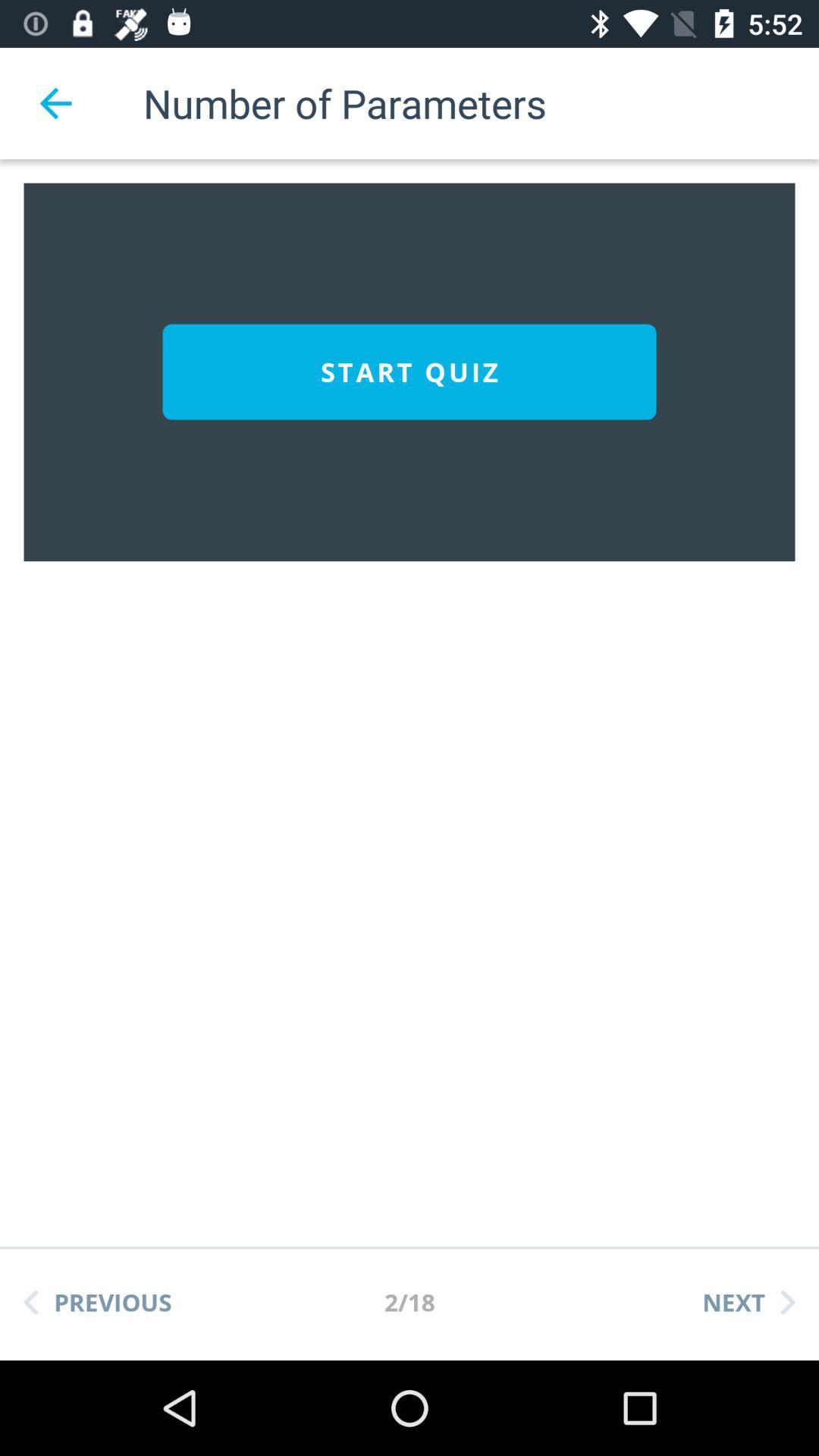 The width and height of the screenshot is (819, 1456). I want to click on the icon next to number of parameters, so click(55, 102).